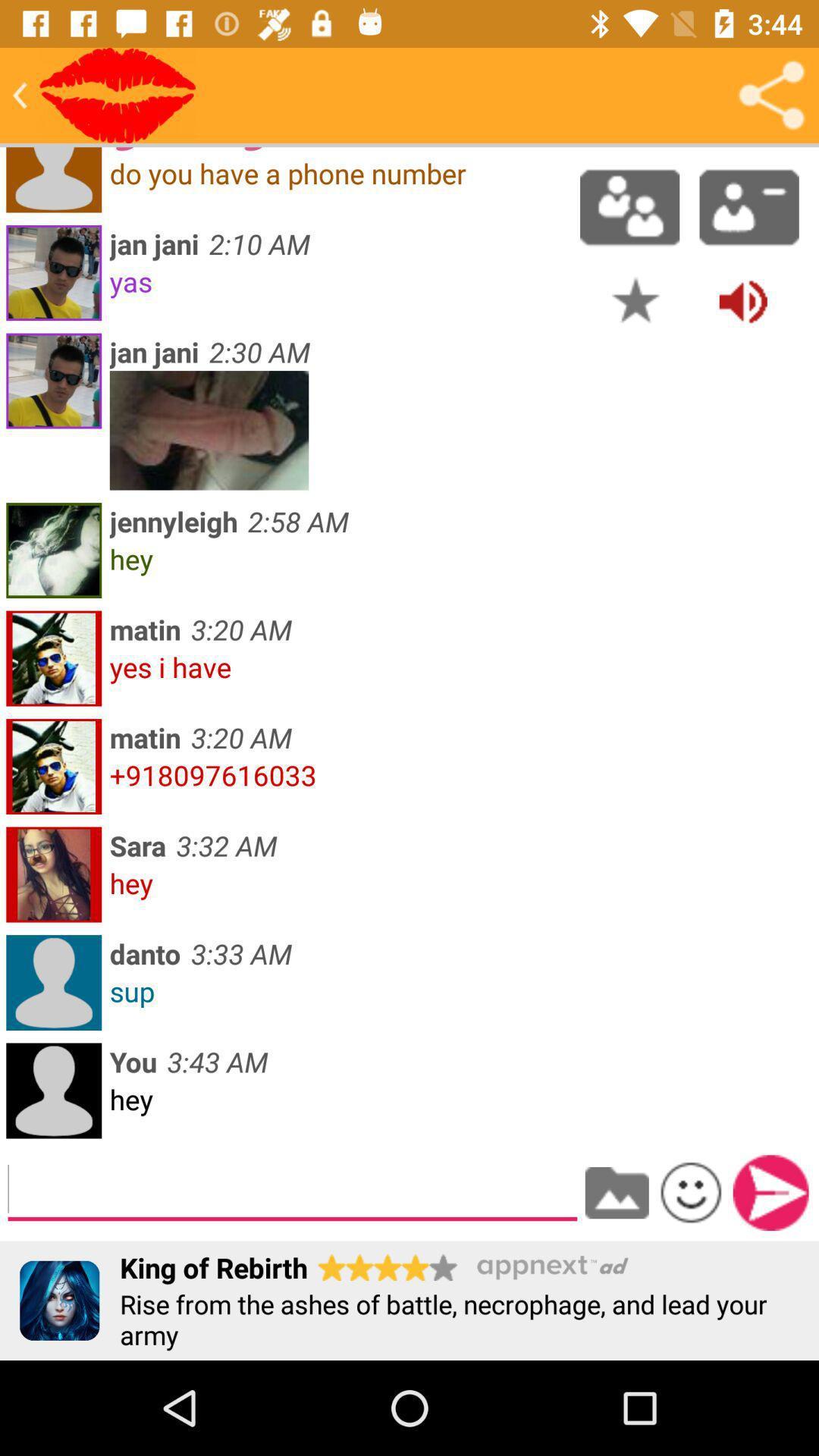  I want to click on type message, so click(292, 1189).